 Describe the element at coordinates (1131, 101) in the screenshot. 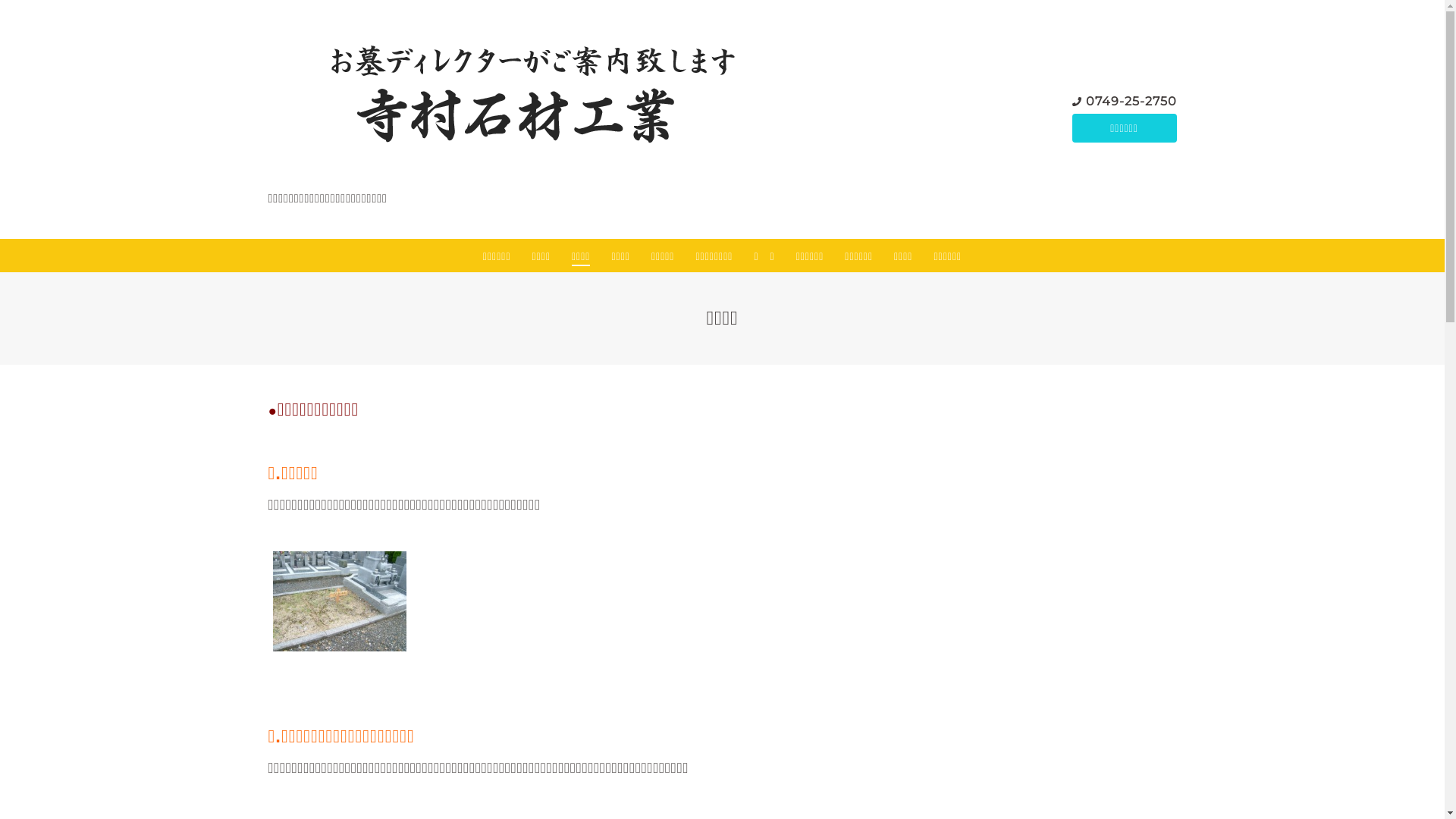

I see `'0749-25-2750'` at that location.